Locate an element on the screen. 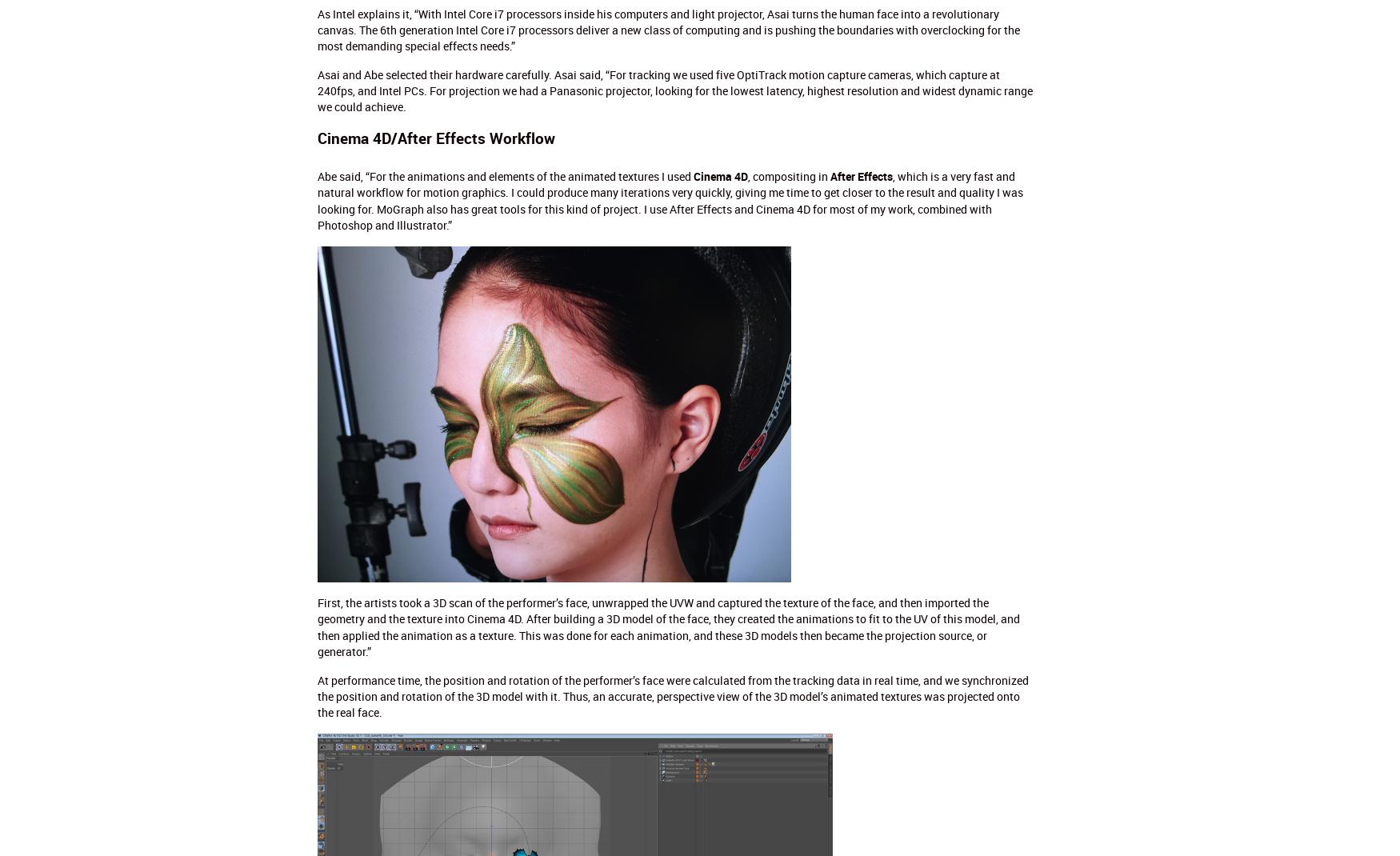 The width and height of the screenshot is (1400, 856). 'At performance time, the position and rotation of the performer’s face were calculated from the tracking data in real time, and we synchronized the position and rotation of the 3D model with it. Thus, an accurate, perspective view of the 3D model’s animated textures was projected onto the real face.' is located at coordinates (672, 696).